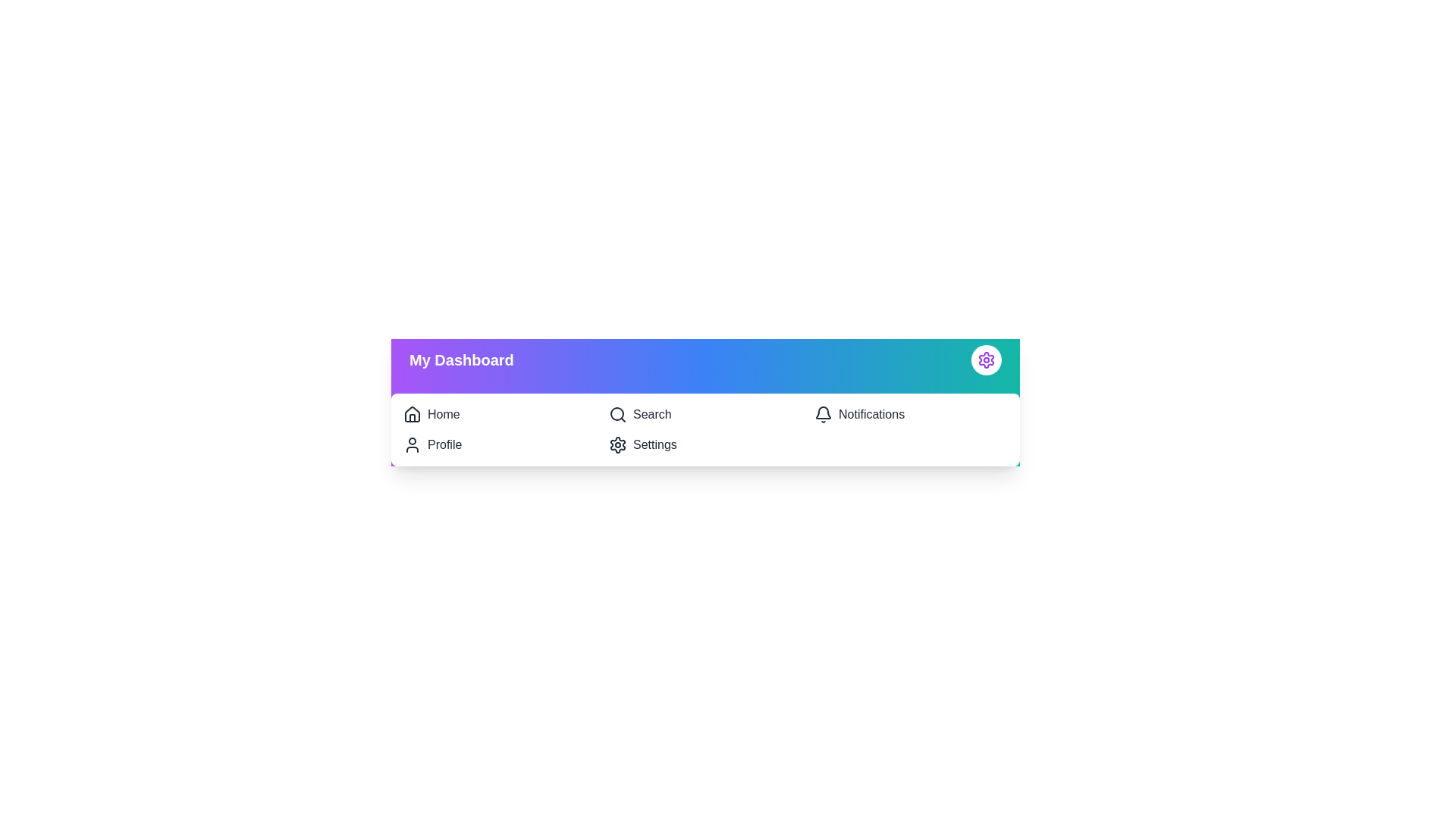 The width and height of the screenshot is (1456, 819). Describe the element at coordinates (986, 359) in the screenshot. I see `the settings button to toggle the menu visibility` at that location.